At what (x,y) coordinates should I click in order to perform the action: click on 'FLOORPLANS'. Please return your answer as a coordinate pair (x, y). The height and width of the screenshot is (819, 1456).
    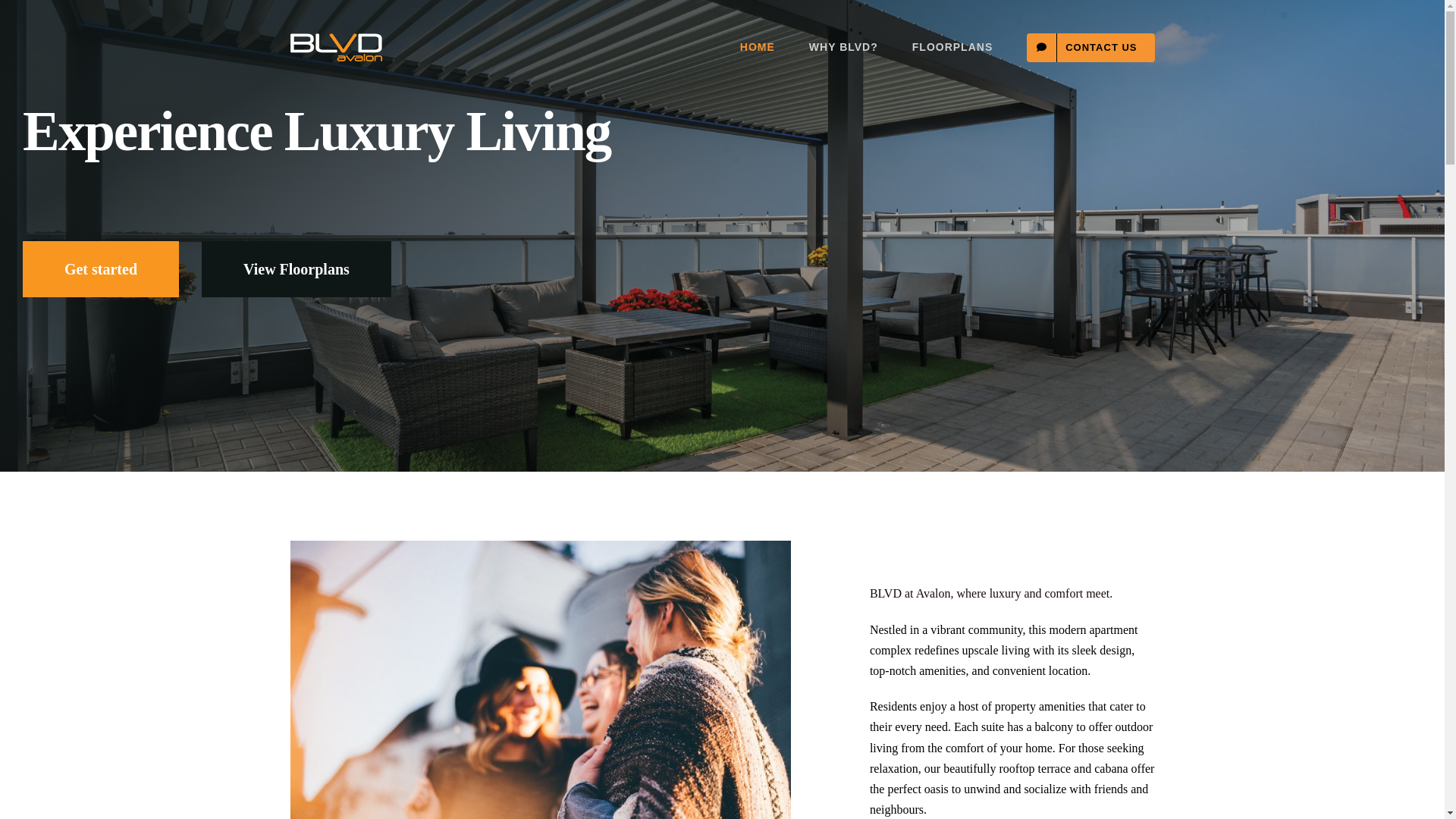
    Looking at the image, I should click on (952, 45).